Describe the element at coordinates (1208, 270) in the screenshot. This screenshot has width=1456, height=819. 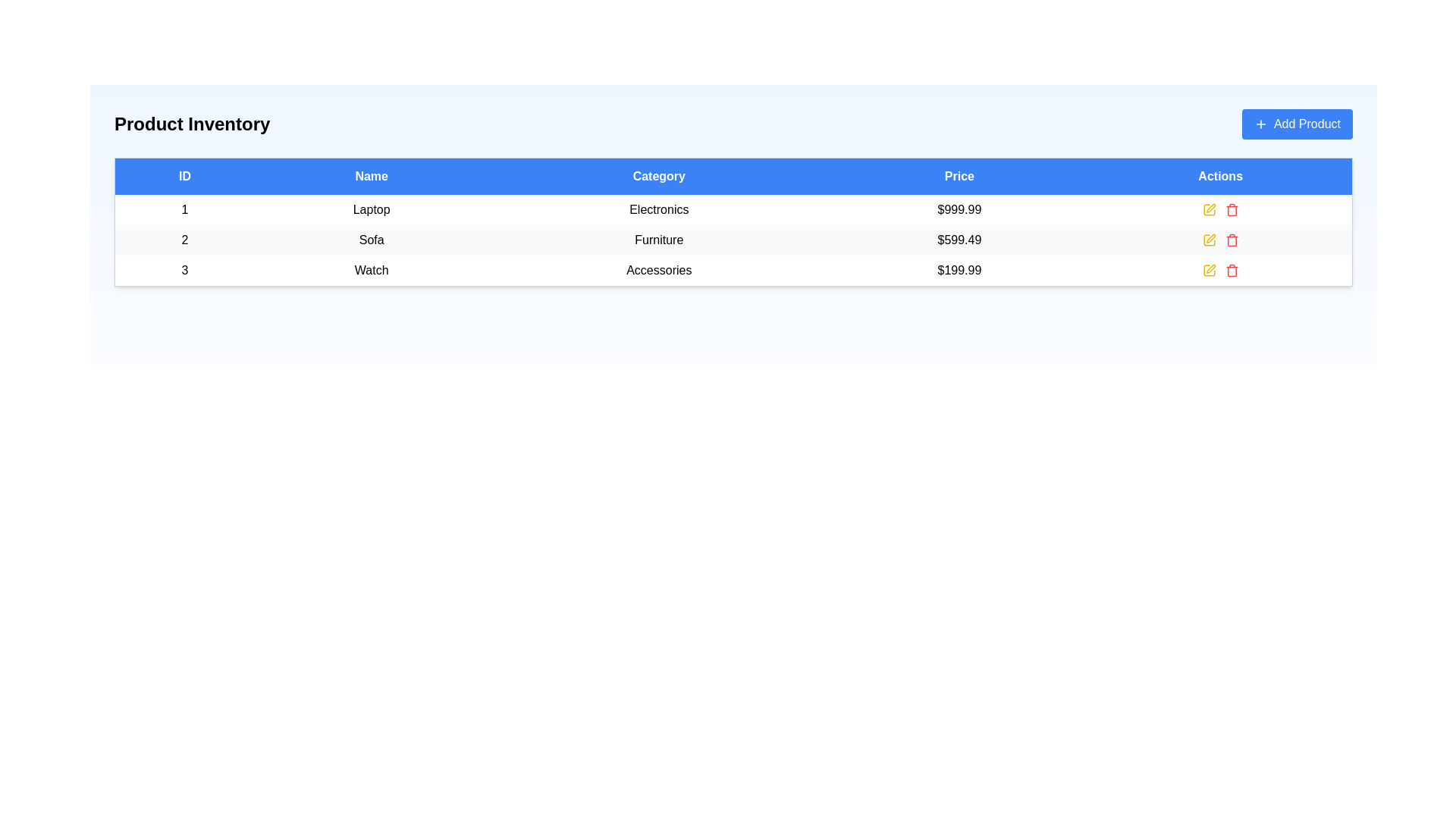
I see `the action-related icon in the last row of the table for the item 'Watch' in the 'Actions' column, which is part of a group of icons for editing functionalities` at that location.